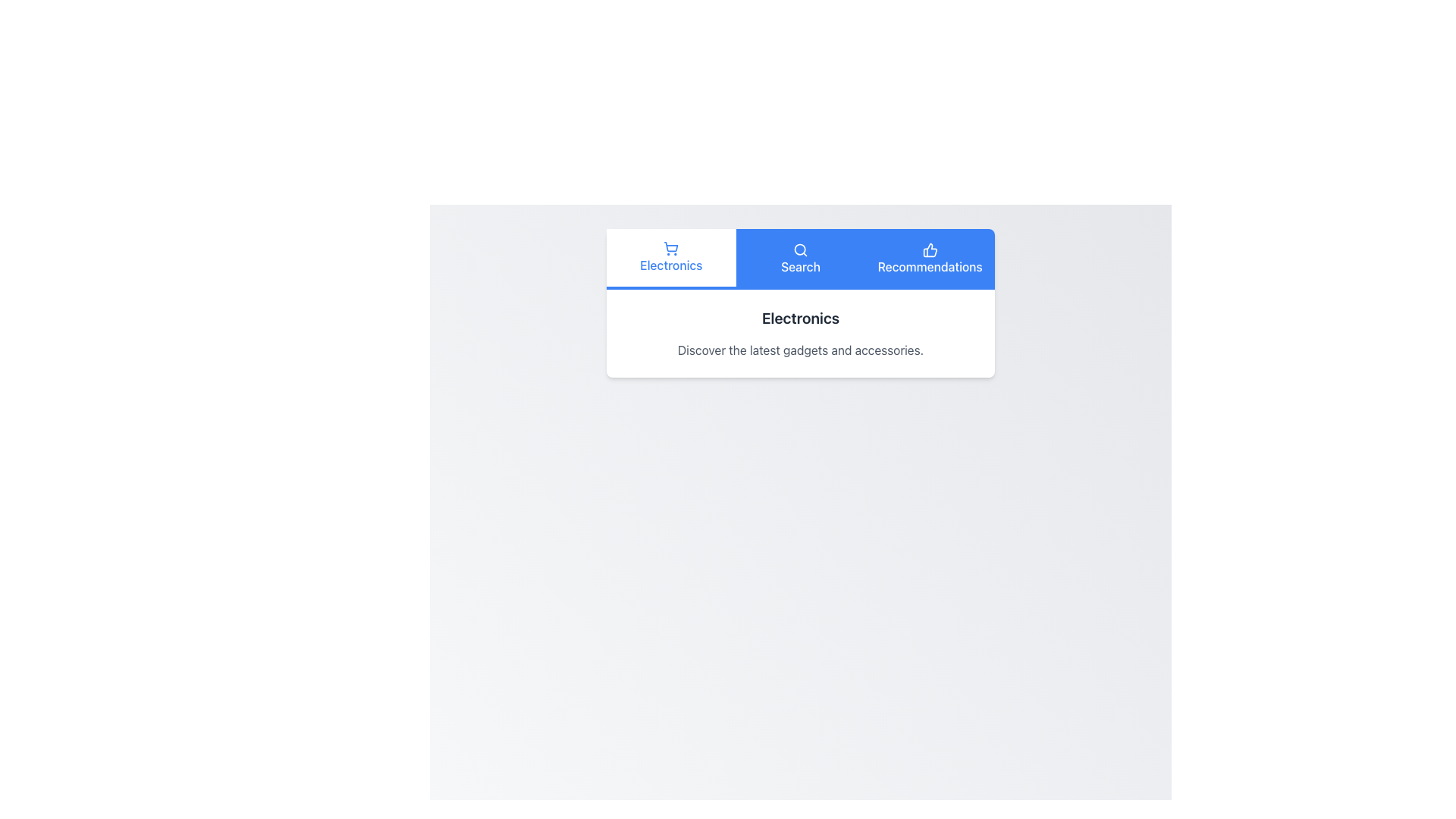 The height and width of the screenshot is (819, 1456). What do you see at coordinates (799, 249) in the screenshot?
I see `the decorative circle that represents the outer circular frame of the Search icon to visually identify its purpose` at bounding box center [799, 249].